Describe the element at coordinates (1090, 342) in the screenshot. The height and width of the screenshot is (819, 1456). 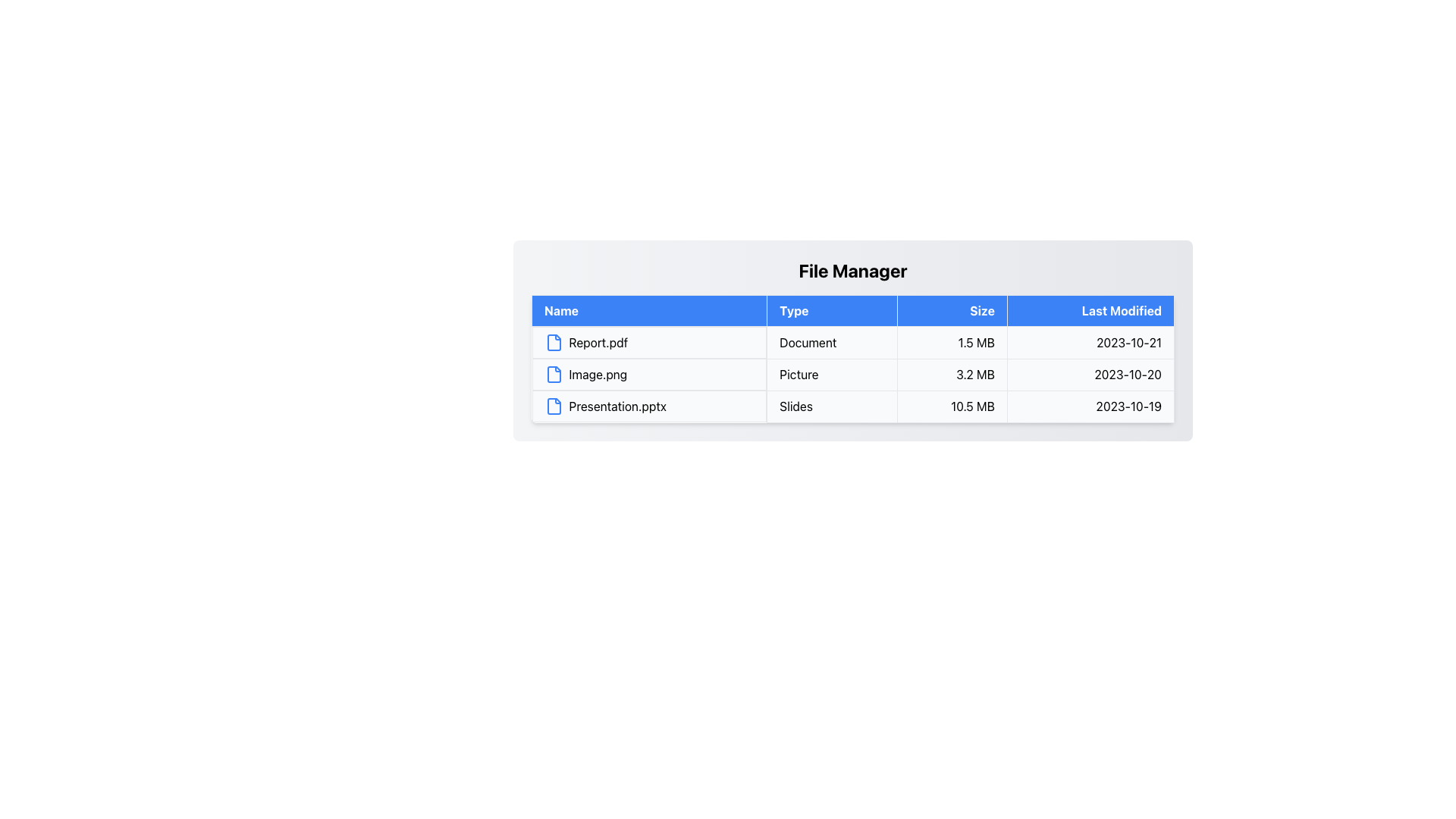
I see `text content of the label displaying the date '2023-10-21' under the 'Last Modified' column for the file 'Report.pdf'` at that location.